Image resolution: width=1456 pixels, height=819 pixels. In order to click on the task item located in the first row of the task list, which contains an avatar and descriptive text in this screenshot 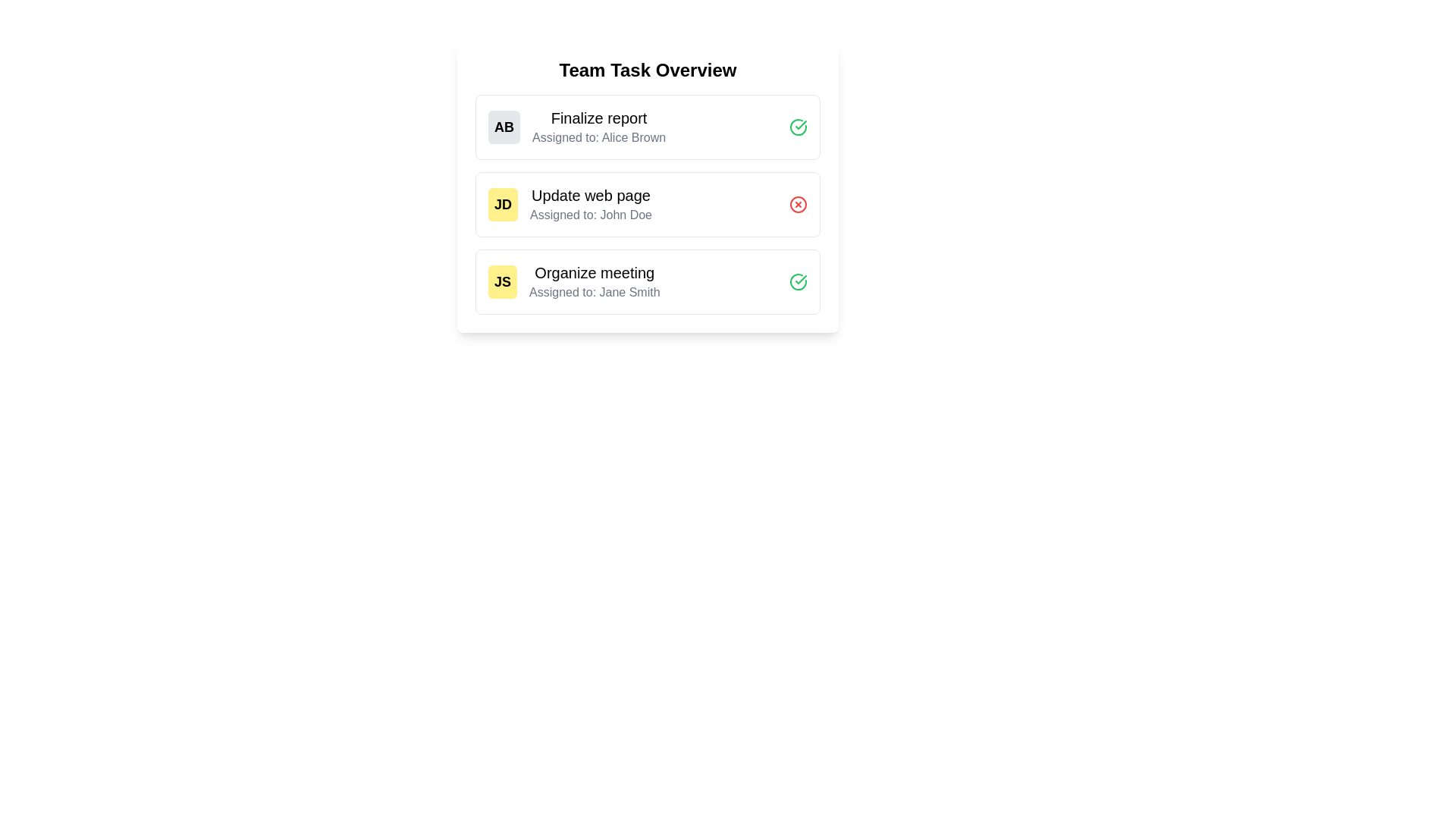, I will do `click(576, 127)`.